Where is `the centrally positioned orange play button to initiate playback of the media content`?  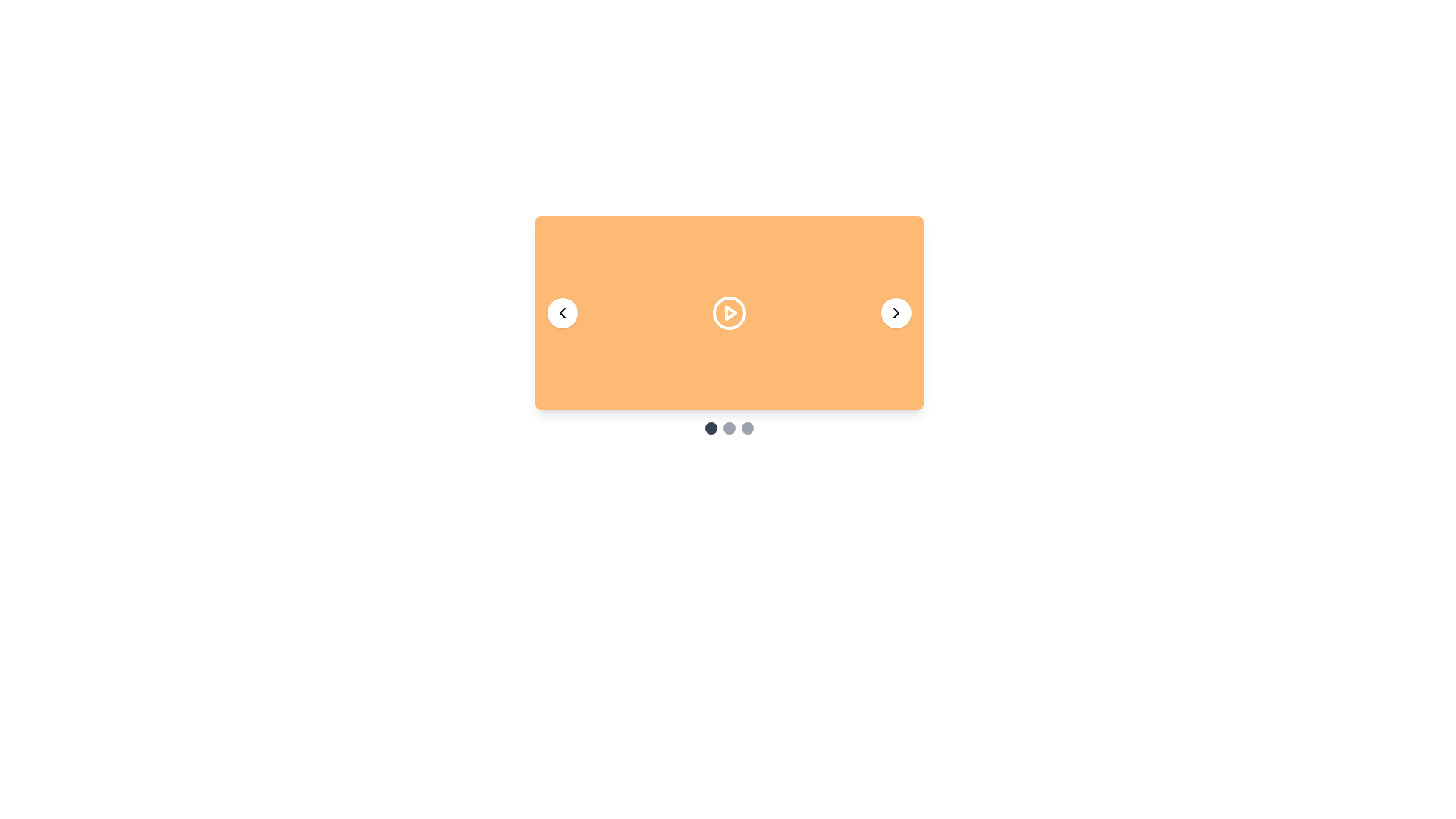
the centrally positioned orange play button to initiate playback of the media content is located at coordinates (729, 312).